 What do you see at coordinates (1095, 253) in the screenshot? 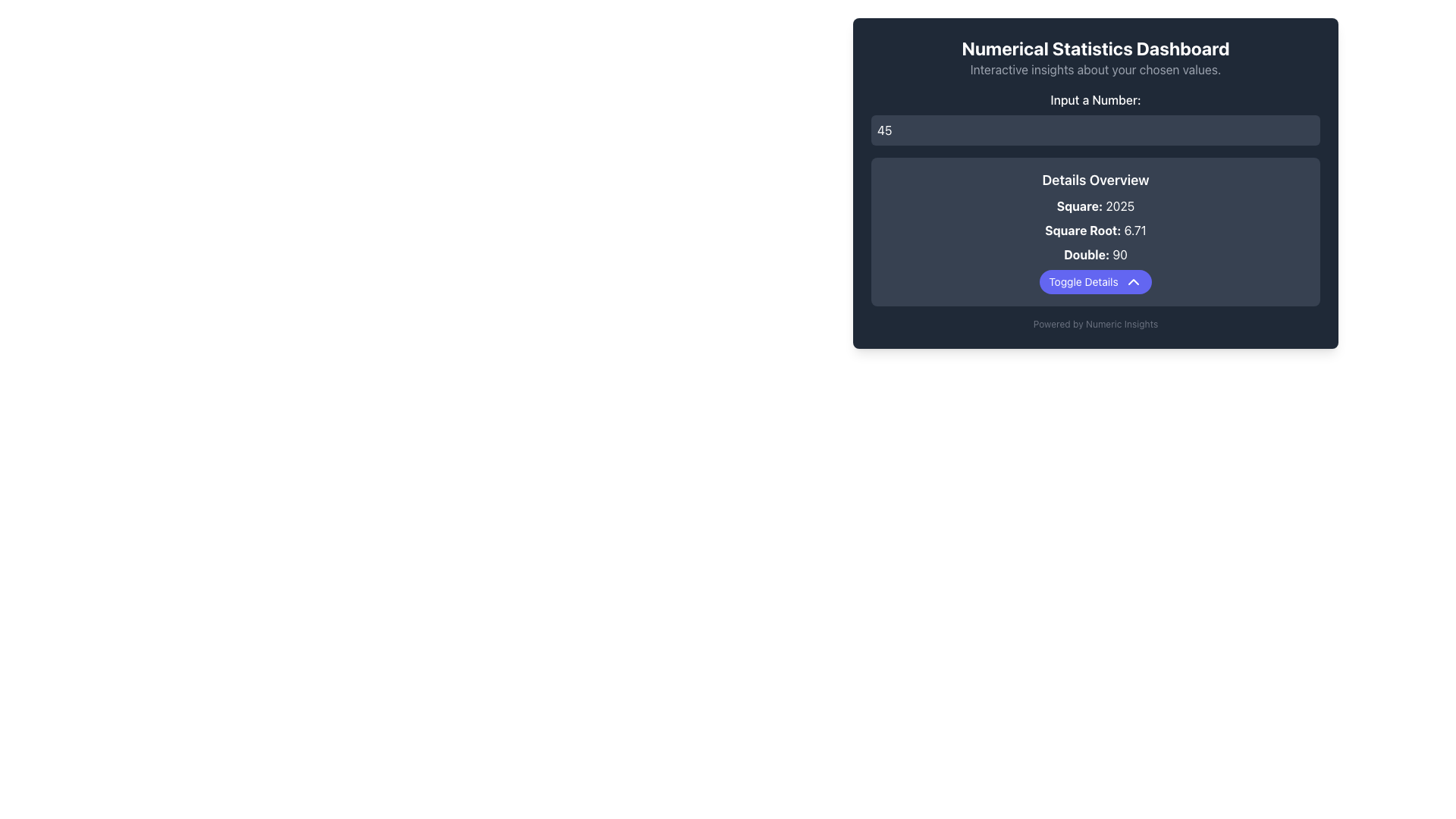
I see `the 'Double:' label displaying the numeric value '90' in the 'Details Overview' panel, which is located beneath the 'Square Root: 6.71' entry` at bounding box center [1095, 253].